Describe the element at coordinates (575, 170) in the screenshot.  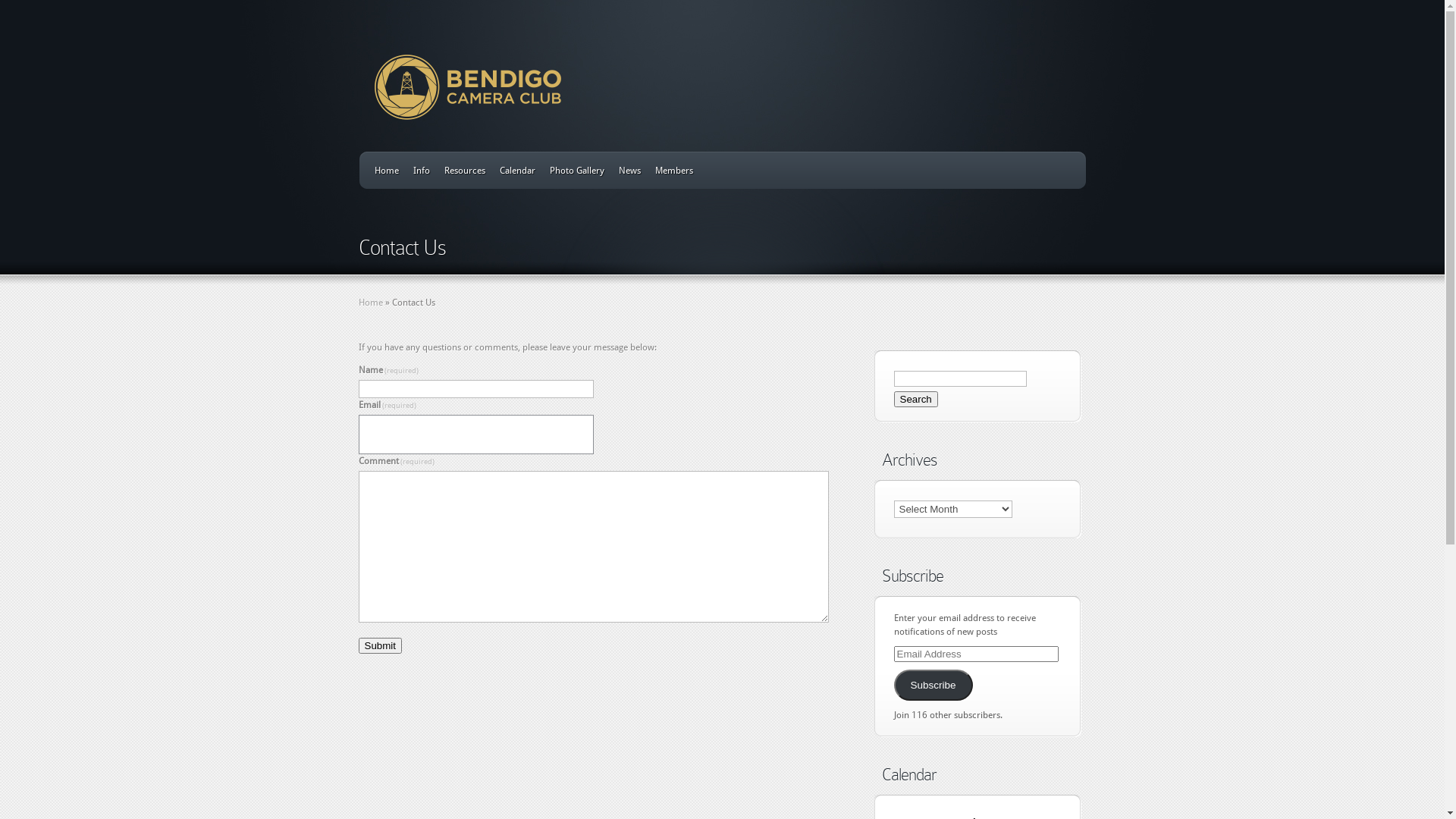
I see `'Photo Gallery'` at that location.